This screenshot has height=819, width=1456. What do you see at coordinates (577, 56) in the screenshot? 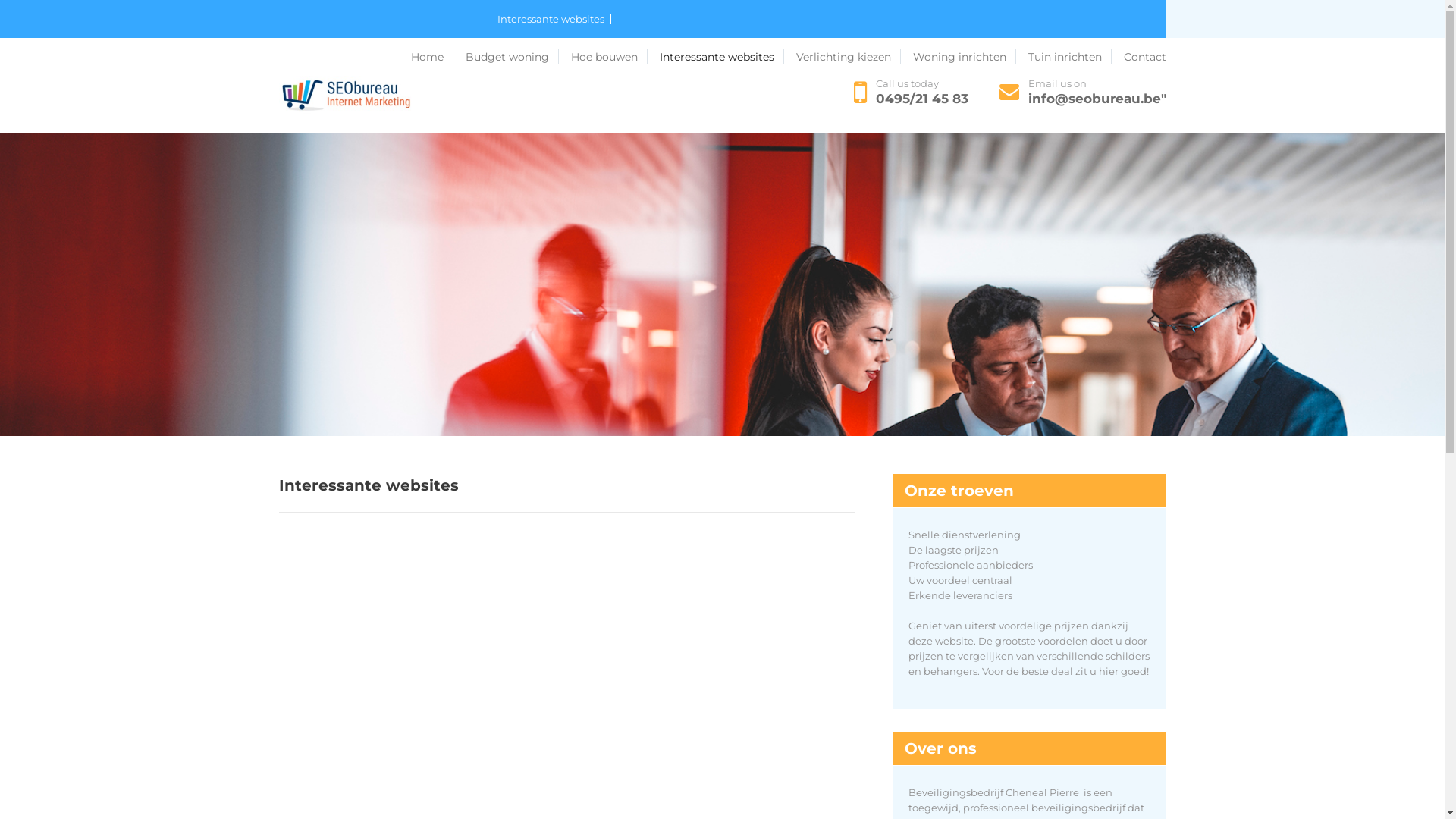
I see `'Installatie van laminaatvloeren'` at bounding box center [577, 56].